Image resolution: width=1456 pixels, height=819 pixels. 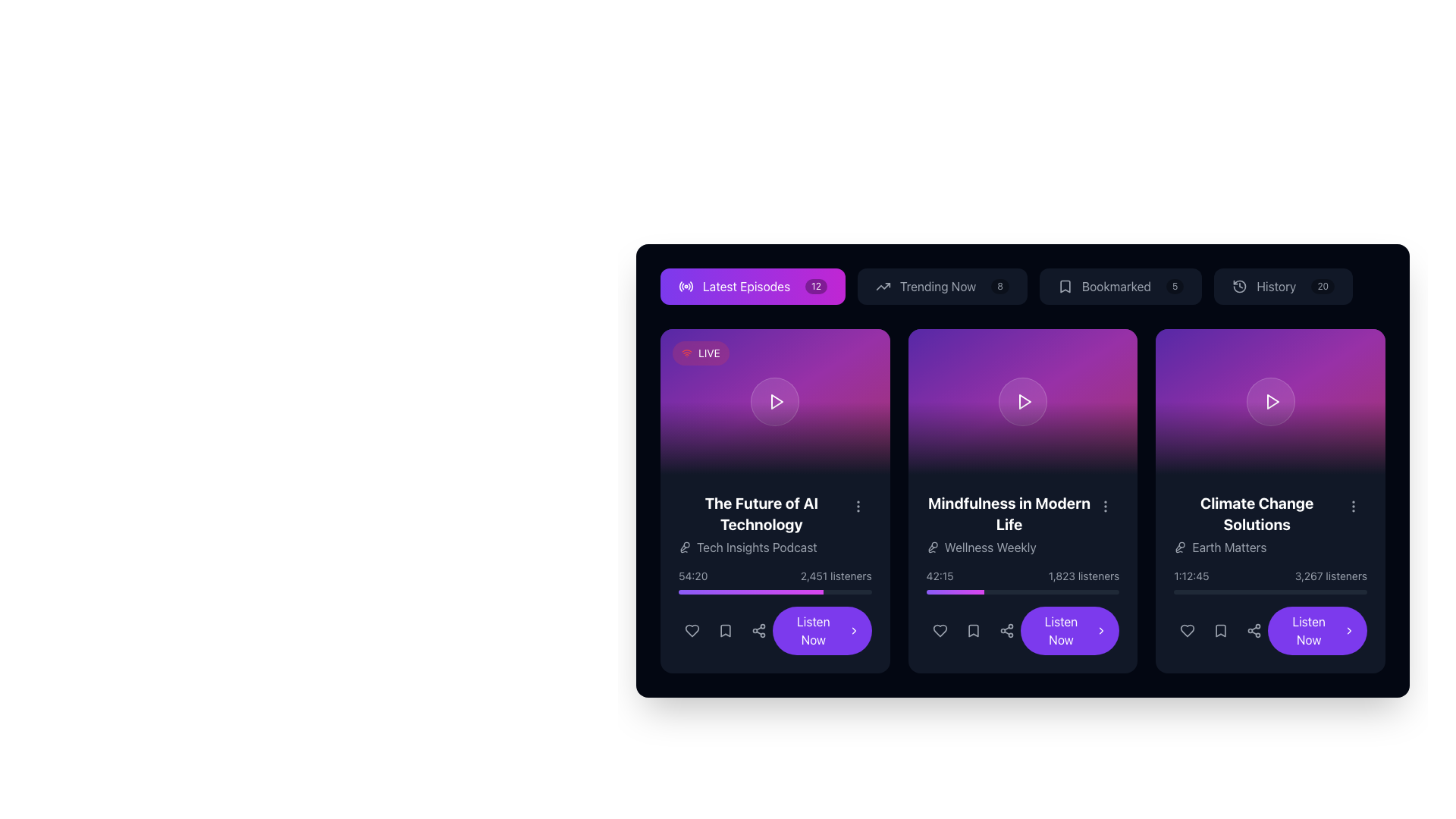 What do you see at coordinates (1221, 631) in the screenshot?
I see `the bookmark icon button, which is the second icon in the horizontal set of three icons at the bottom of the rightmost card in a row of three cards` at bounding box center [1221, 631].